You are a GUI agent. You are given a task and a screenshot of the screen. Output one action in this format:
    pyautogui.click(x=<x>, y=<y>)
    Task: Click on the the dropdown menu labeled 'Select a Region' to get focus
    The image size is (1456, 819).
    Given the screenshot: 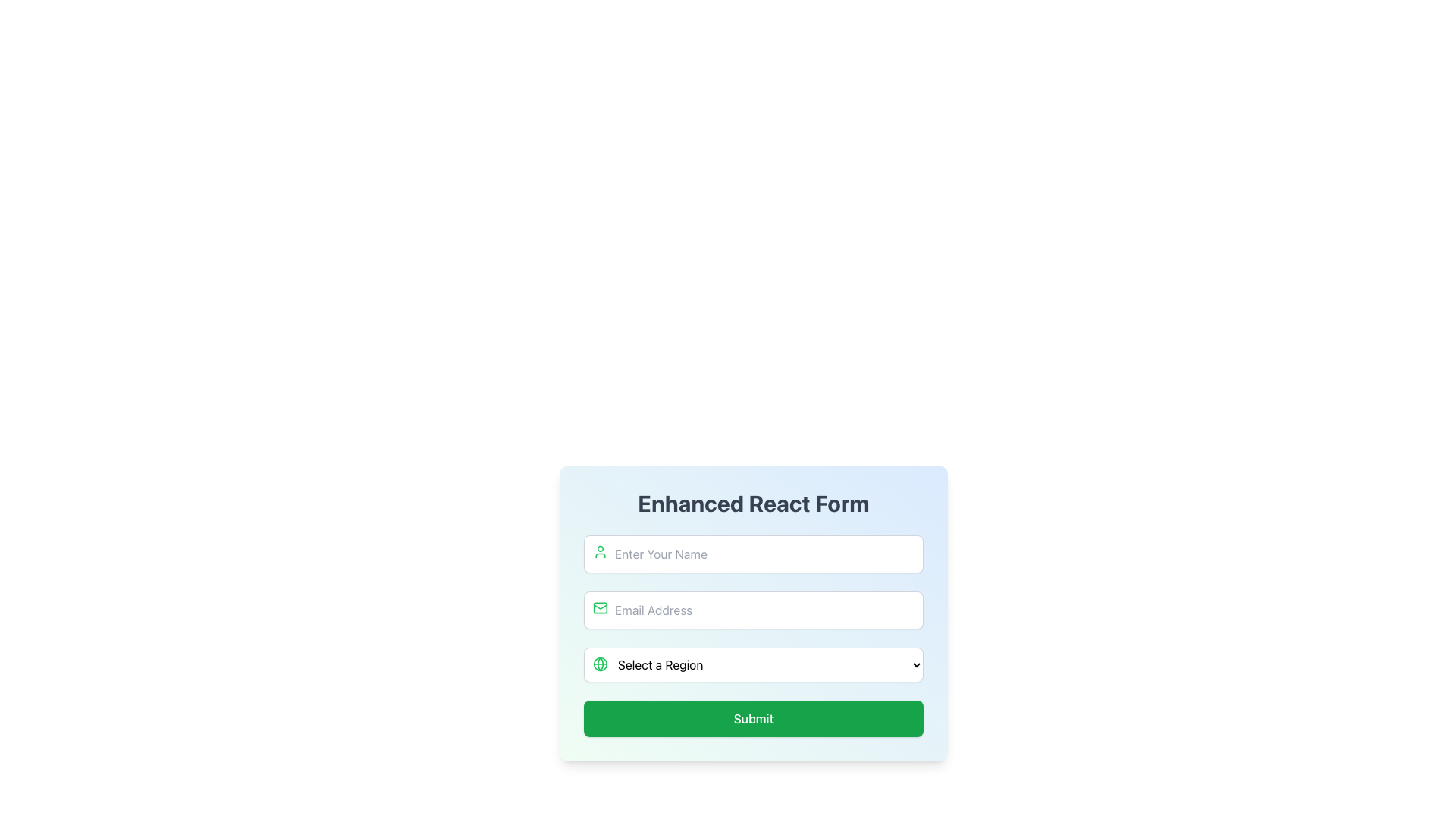 What is the action you would take?
    pyautogui.click(x=753, y=664)
    